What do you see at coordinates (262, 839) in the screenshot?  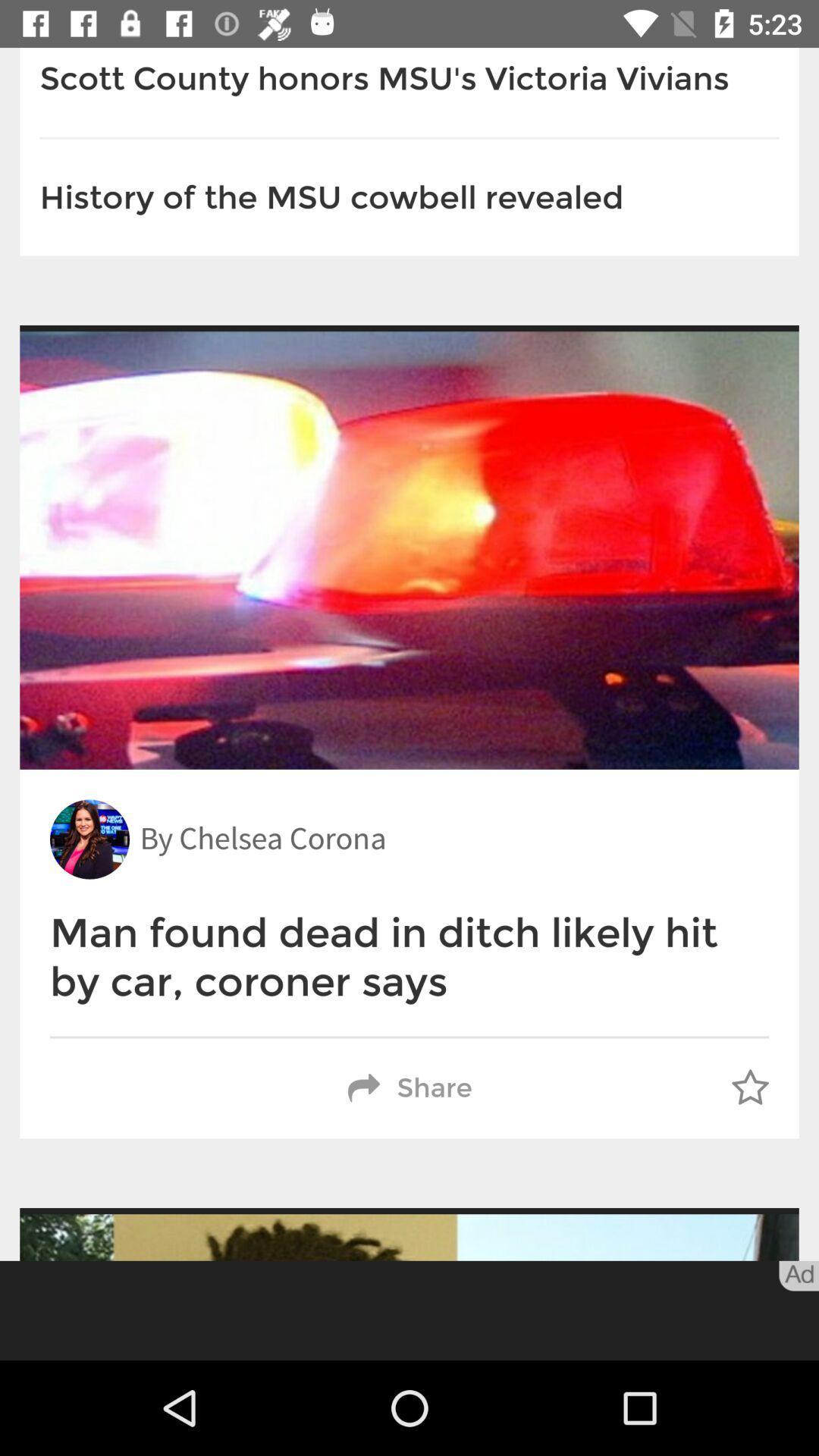 I see `the by chelsea corona` at bounding box center [262, 839].